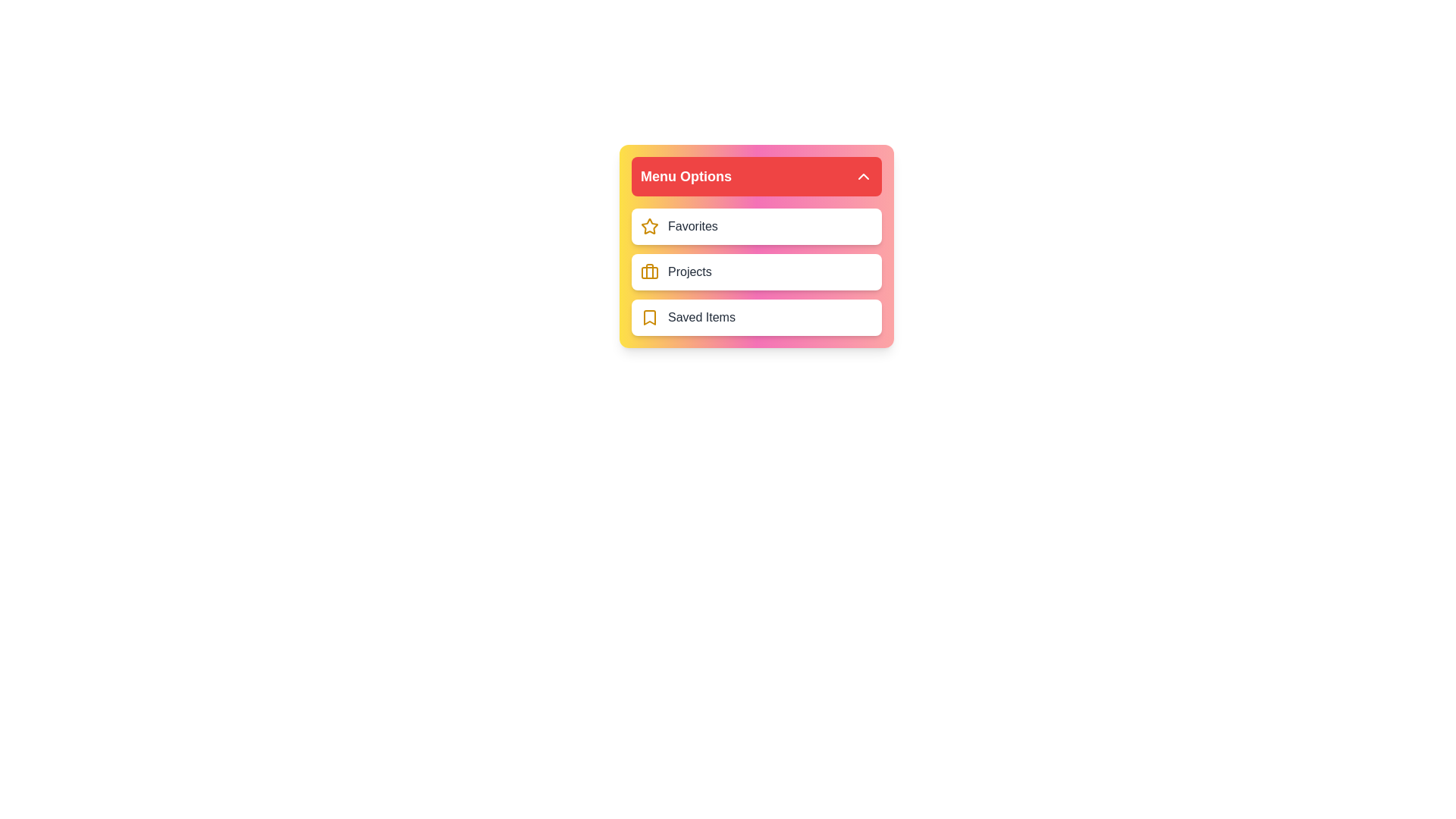 Image resolution: width=1456 pixels, height=819 pixels. Describe the element at coordinates (757, 271) in the screenshot. I see `the 'Projects' menu item` at that location.